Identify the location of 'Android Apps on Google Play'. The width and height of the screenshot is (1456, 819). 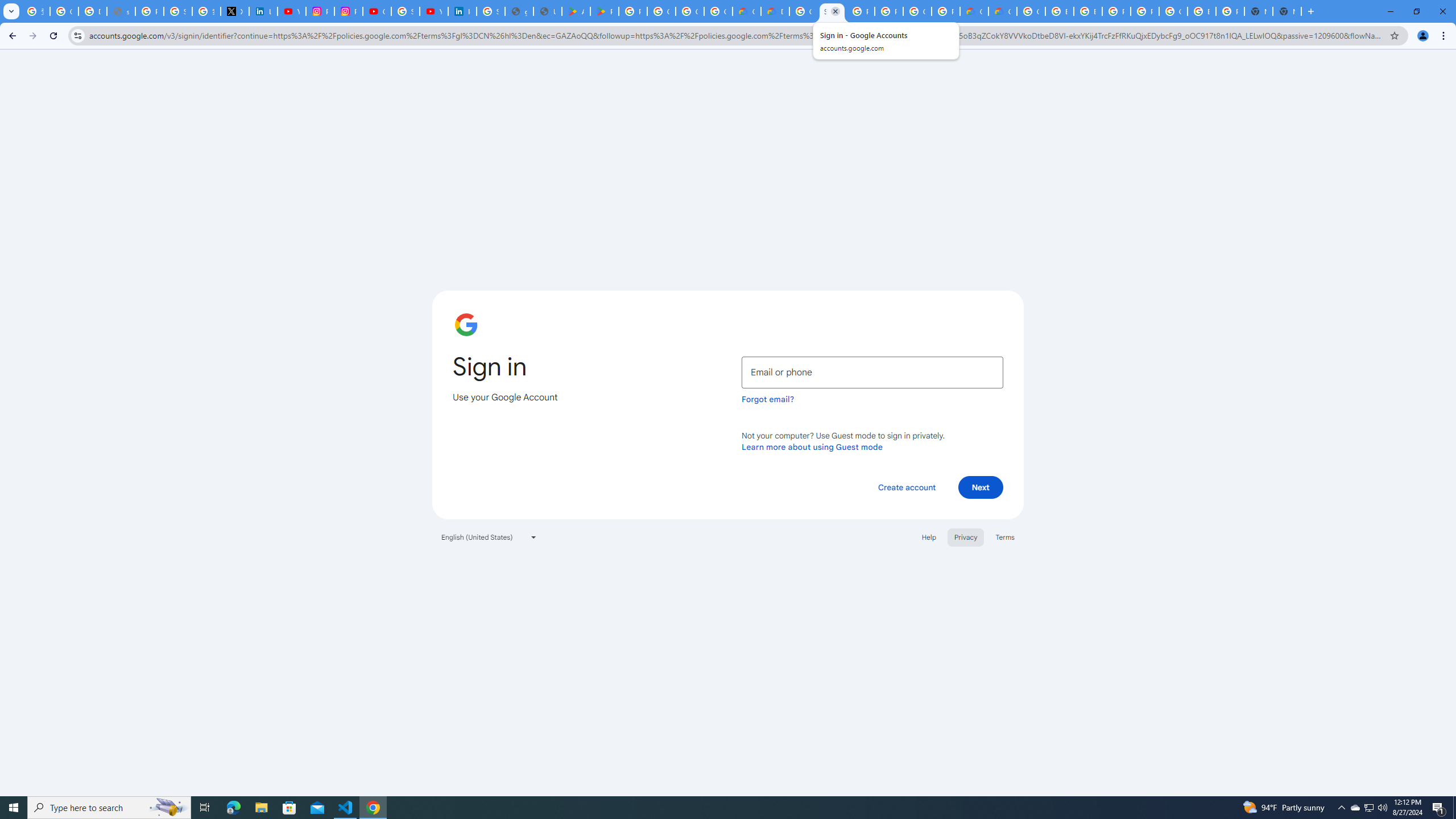
(575, 11).